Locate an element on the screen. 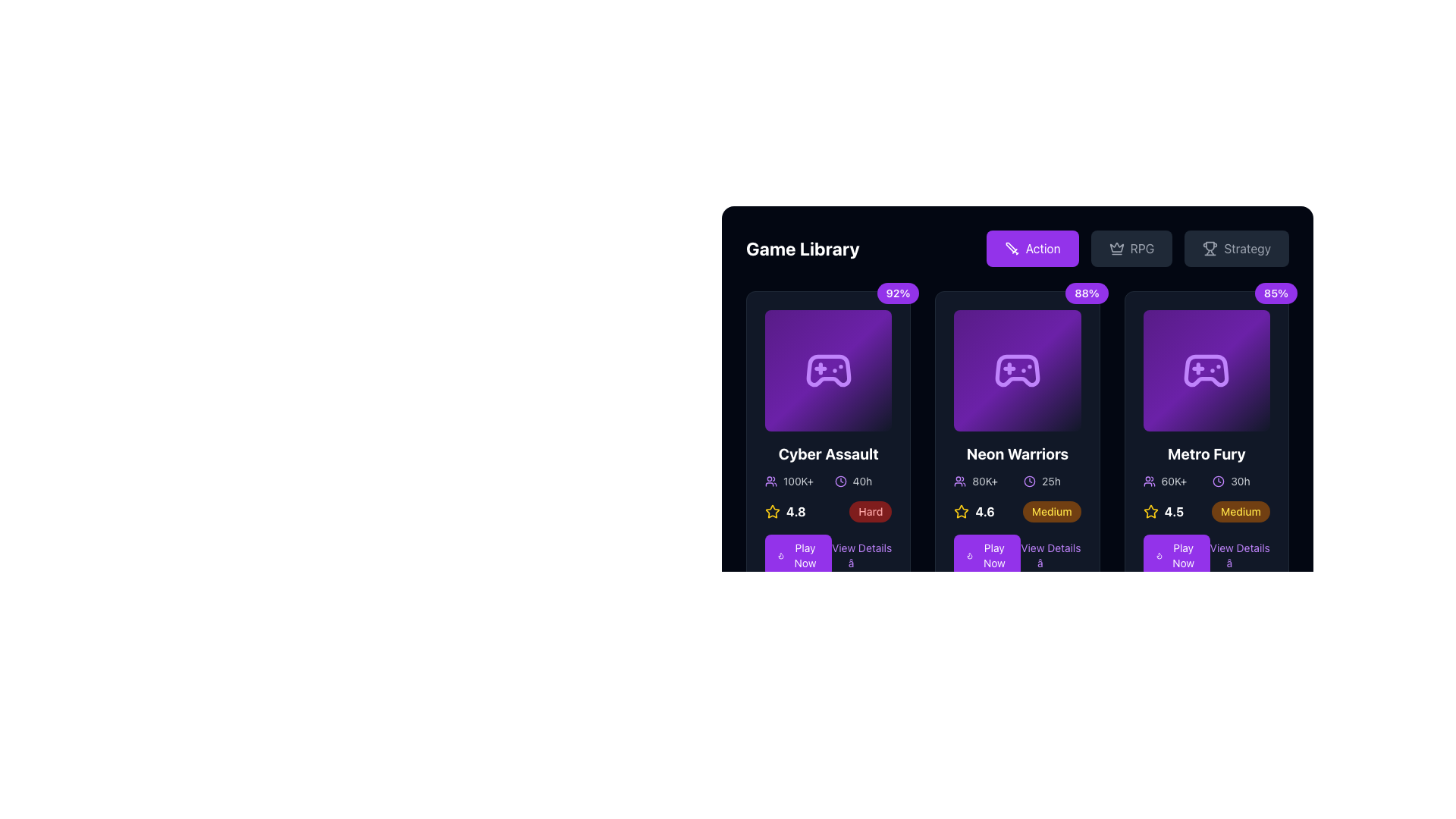 This screenshot has height=819, width=1456. the Badge displaying the percentage value located at the top-right corner of the 'Cyber Assault' card in the game library interface is located at coordinates (898, 293).